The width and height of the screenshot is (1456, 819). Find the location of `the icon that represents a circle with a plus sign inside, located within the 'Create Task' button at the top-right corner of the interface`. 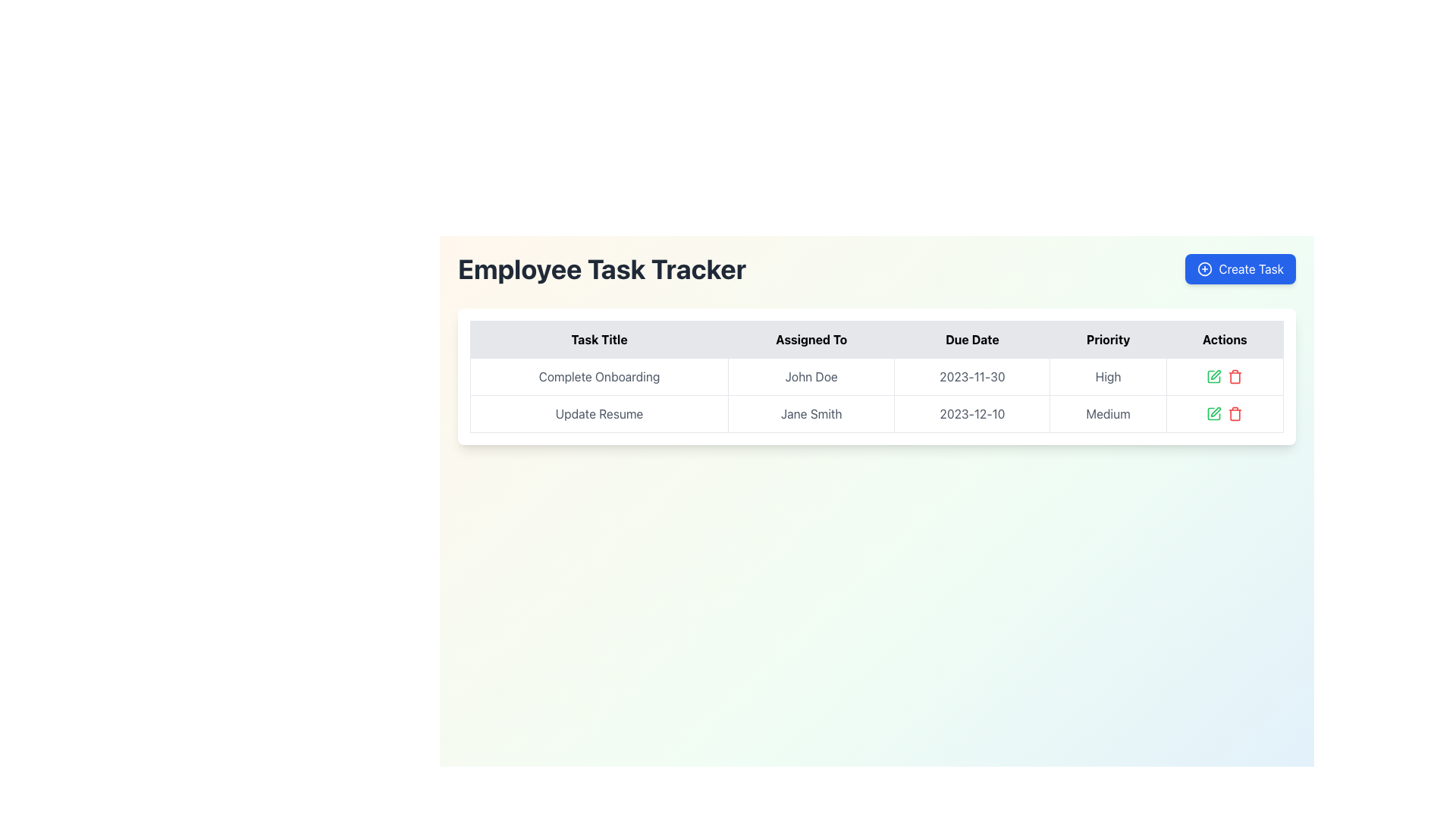

the icon that represents a circle with a plus sign inside, located within the 'Create Task' button at the top-right corner of the interface is located at coordinates (1204, 268).